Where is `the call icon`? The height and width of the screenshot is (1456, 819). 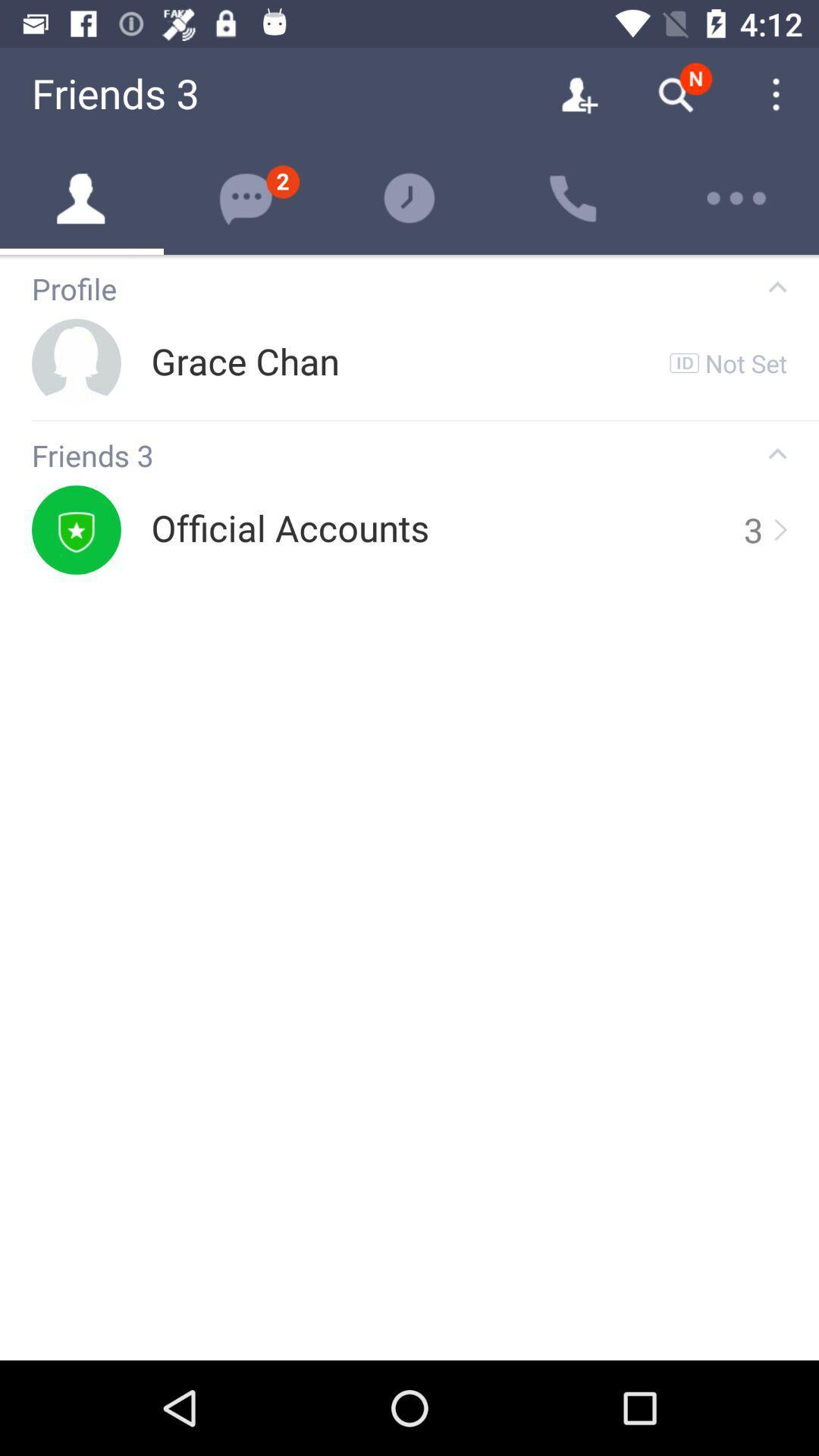
the call icon is located at coordinates (573, 198).